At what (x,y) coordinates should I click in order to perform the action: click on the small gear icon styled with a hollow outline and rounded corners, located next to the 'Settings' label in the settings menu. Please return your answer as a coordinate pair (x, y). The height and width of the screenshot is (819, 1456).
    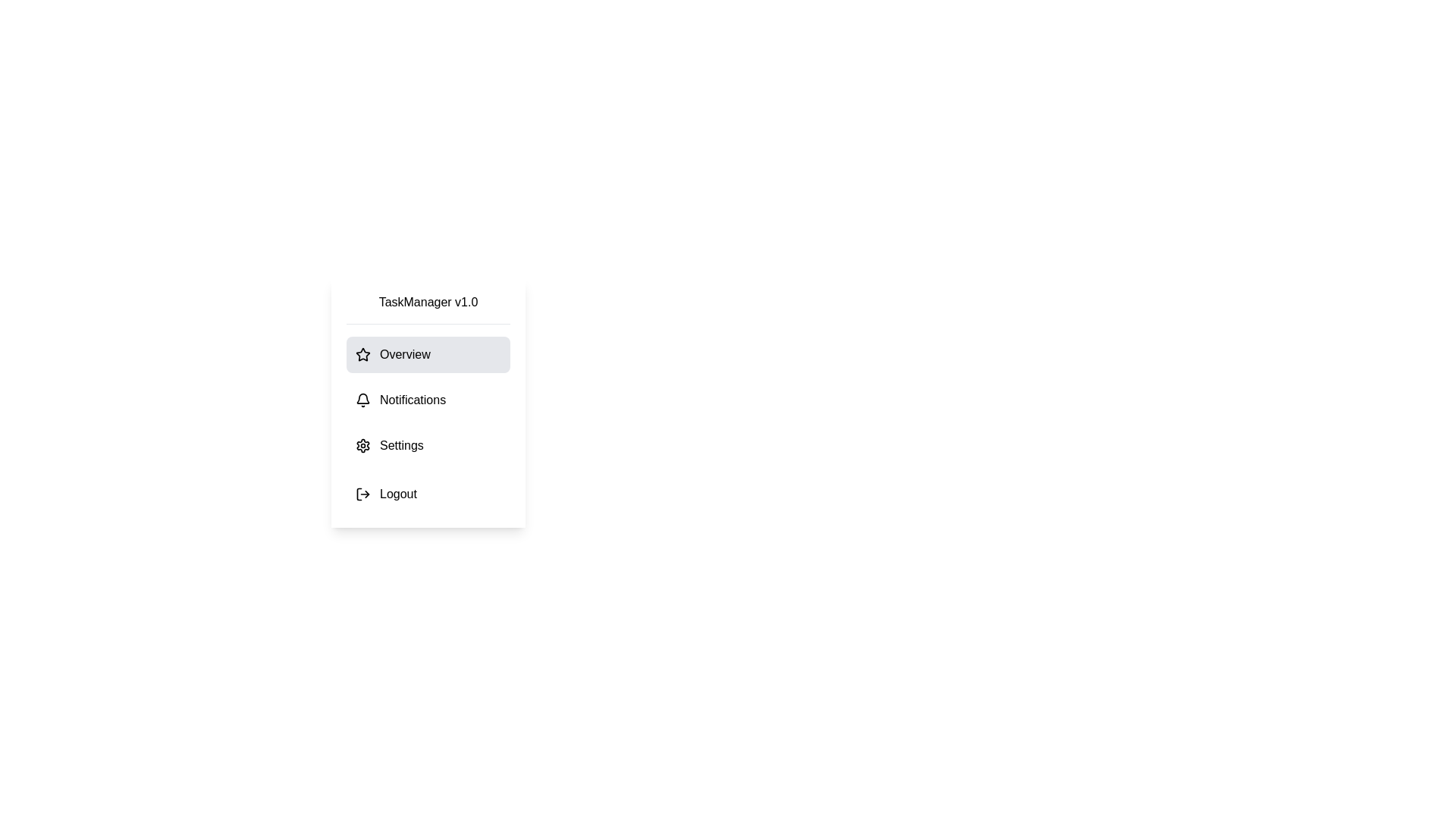
    Looking at the image, I should click on (362, 444).